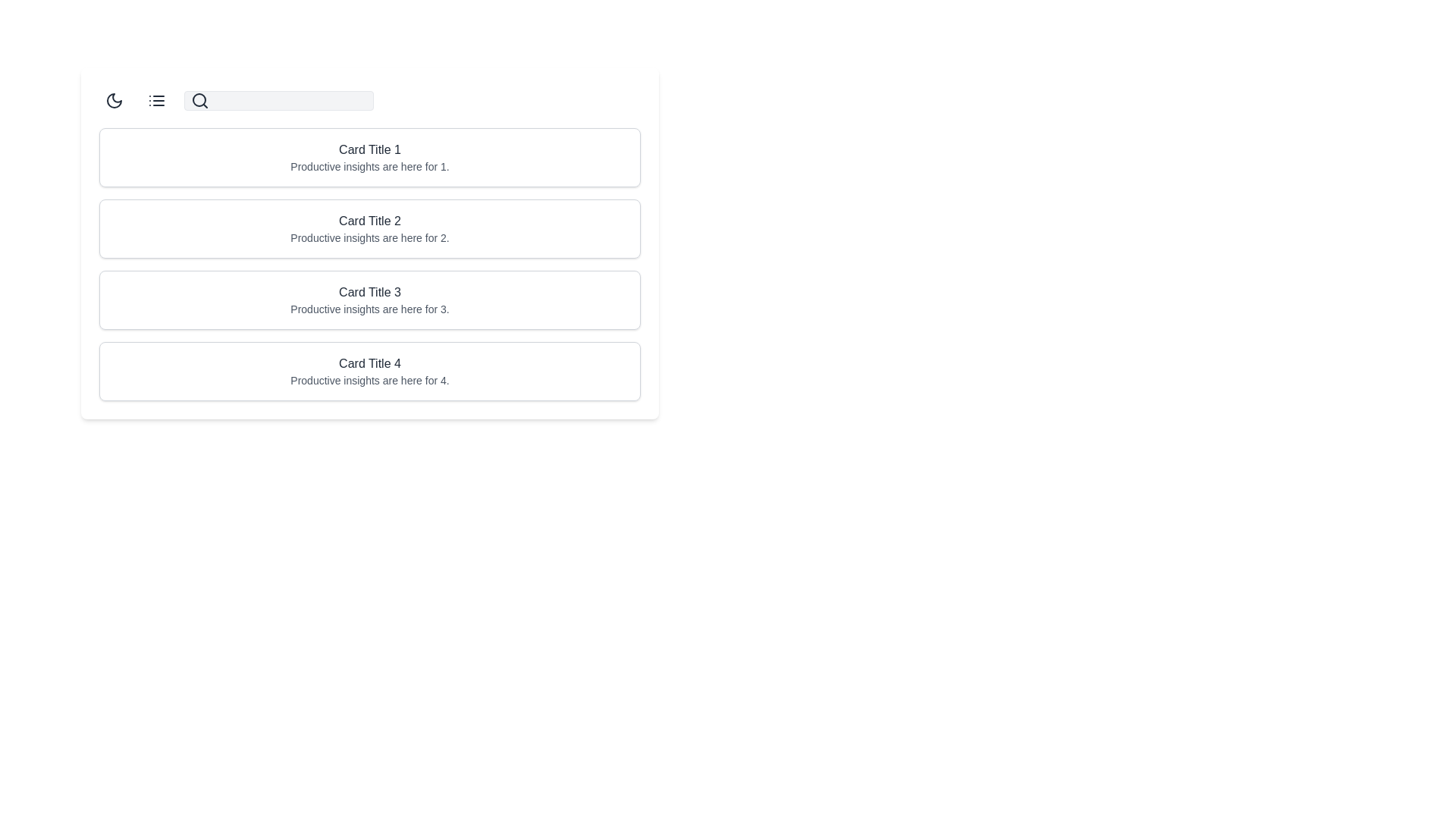  I want to click on the first card component in the vertically stacked grid, which is centrally placed and spans the full width of the grid, so click(370, 158).